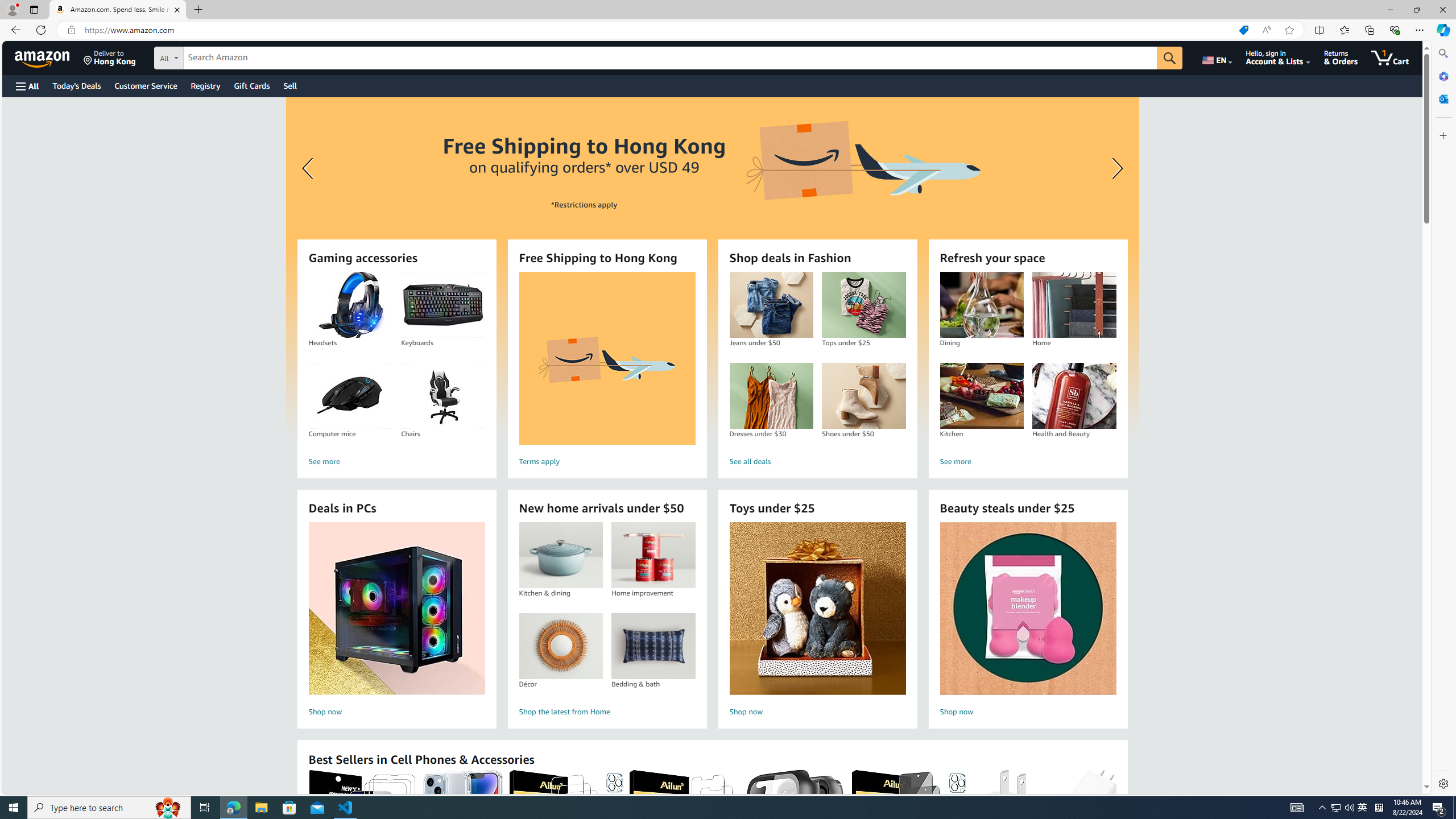 The width and height of the screenshot is (1456, 819). Describe the element at coordinates (560, 555) in the screenshot. I see `'Kitchen & dining'` at that location.